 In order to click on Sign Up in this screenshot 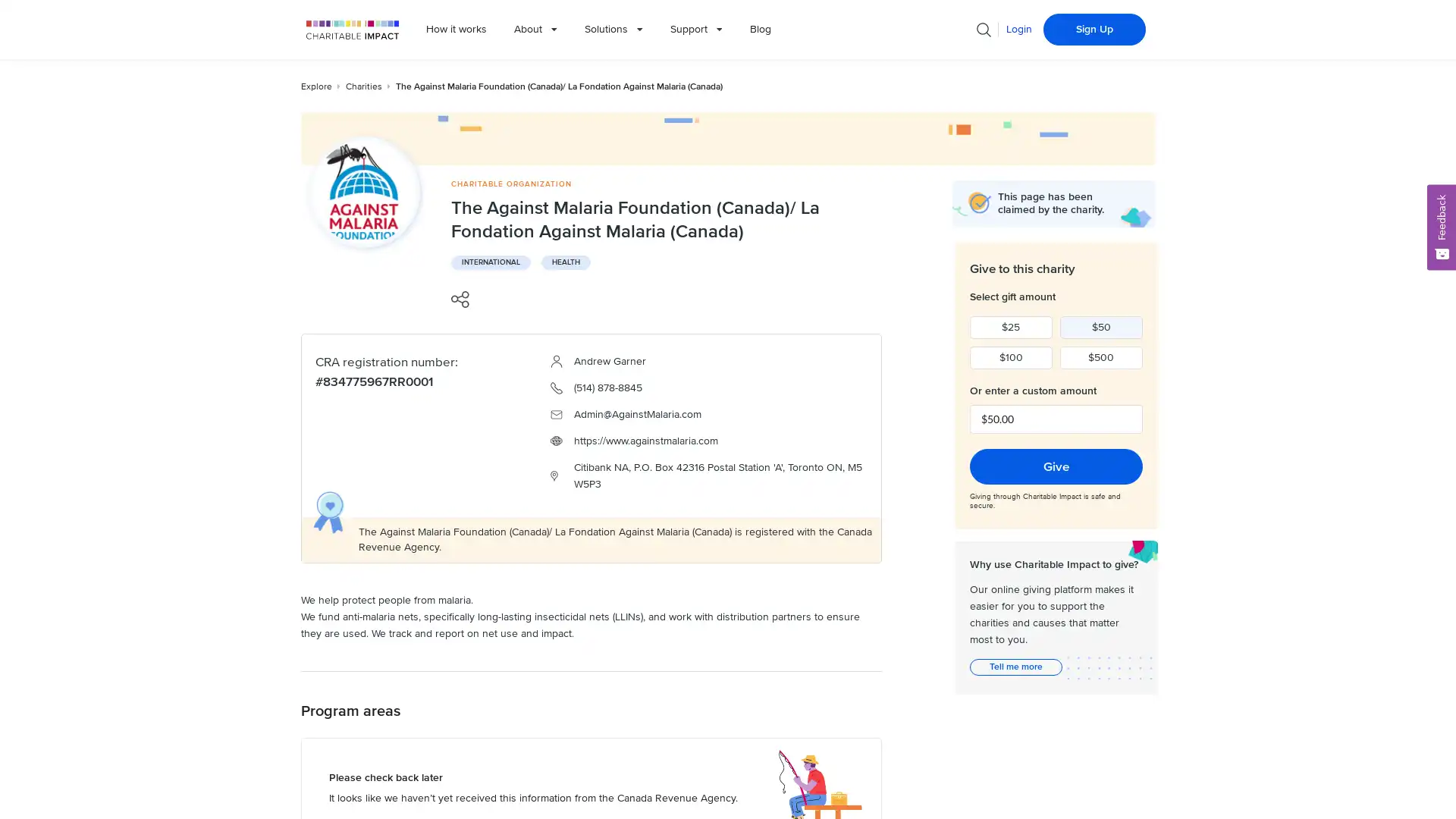, I will do `click(1094, 29)`.